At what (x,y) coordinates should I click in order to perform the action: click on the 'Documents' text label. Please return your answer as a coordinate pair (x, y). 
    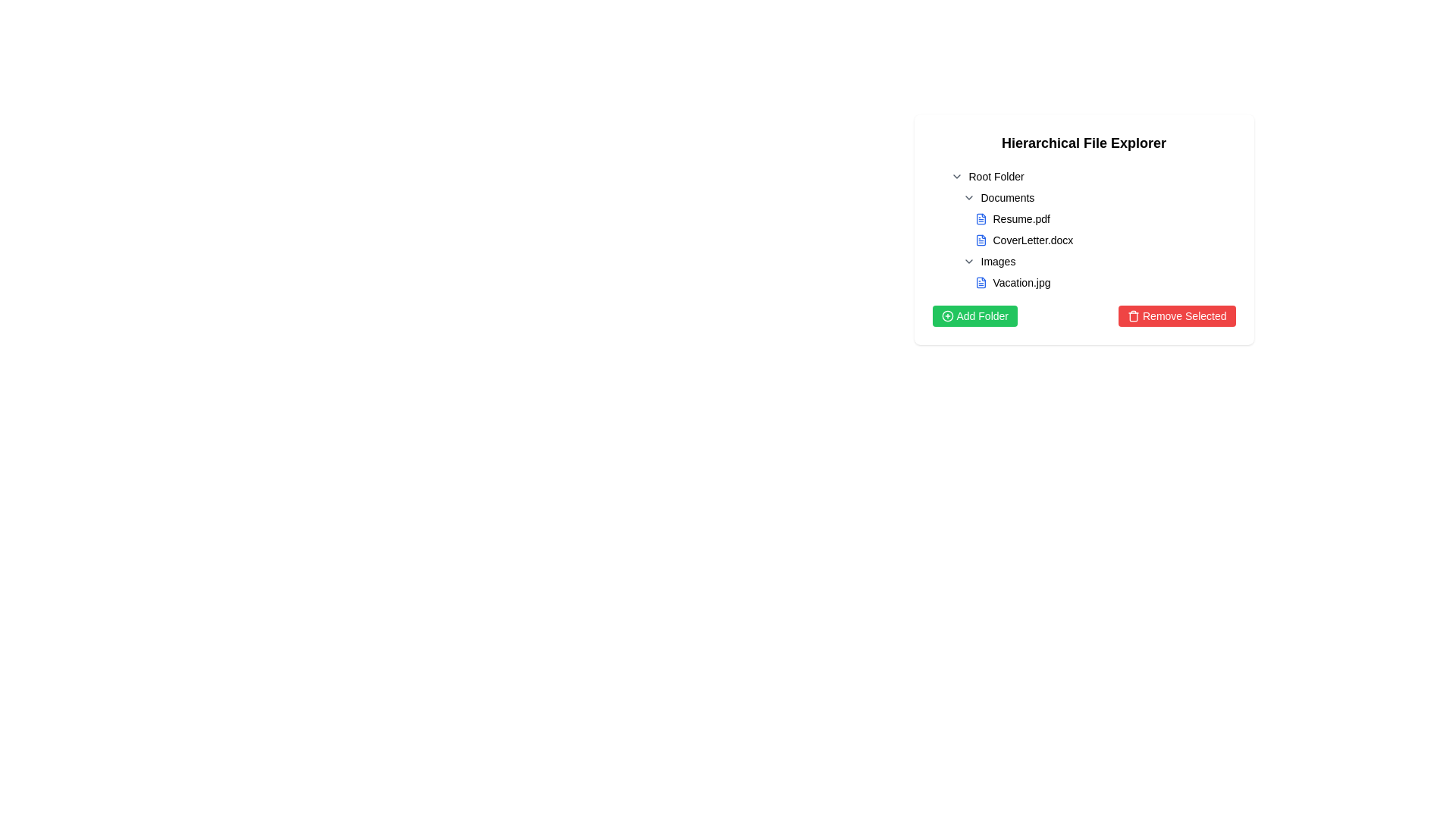
    Looking at the image, I should click on (1007, 197).